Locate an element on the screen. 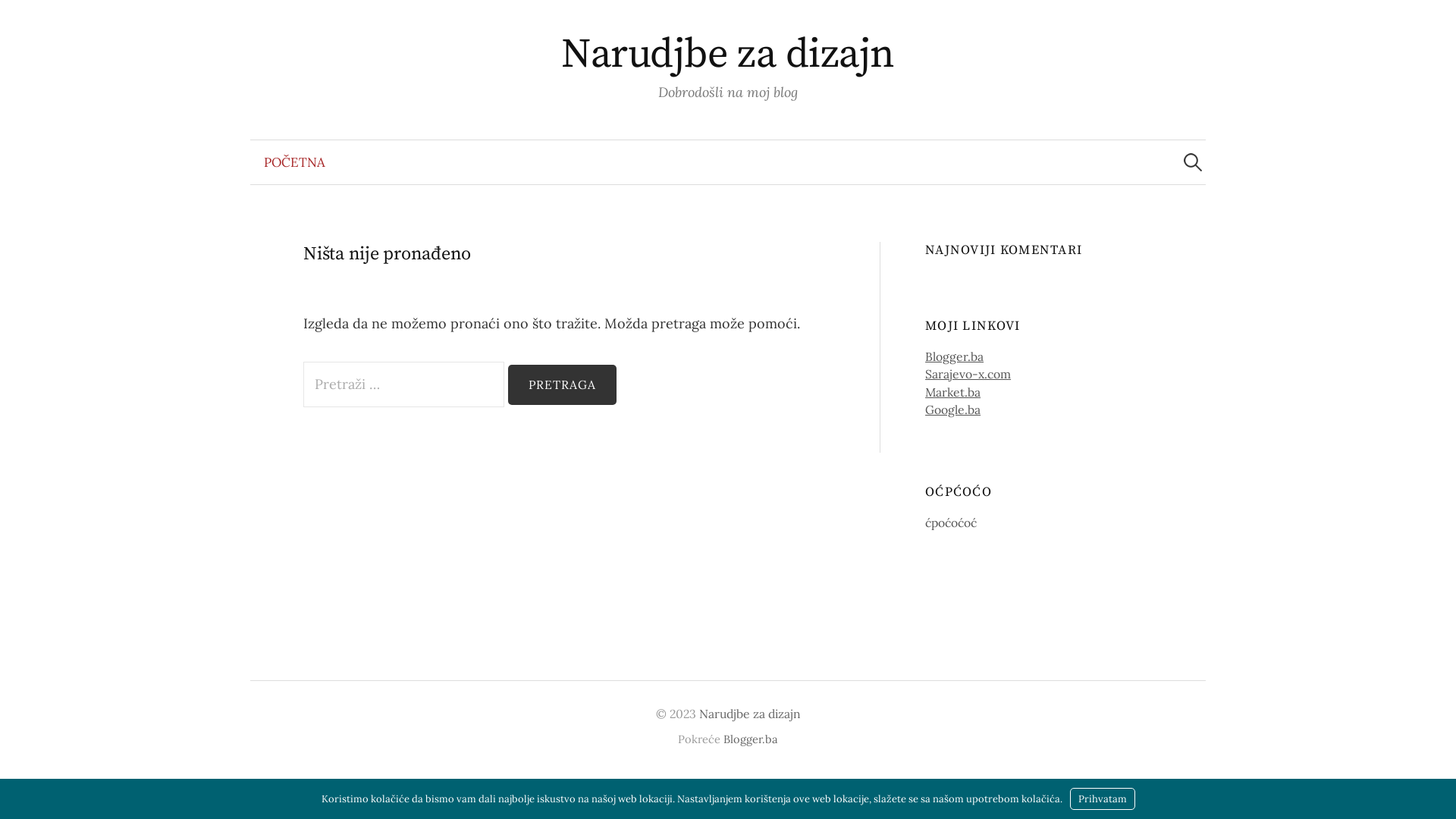 Image resolution: width=1456 pixels, height=819 pixels. 'Sarajevo-x.com' is located at coordinates (967, 374).